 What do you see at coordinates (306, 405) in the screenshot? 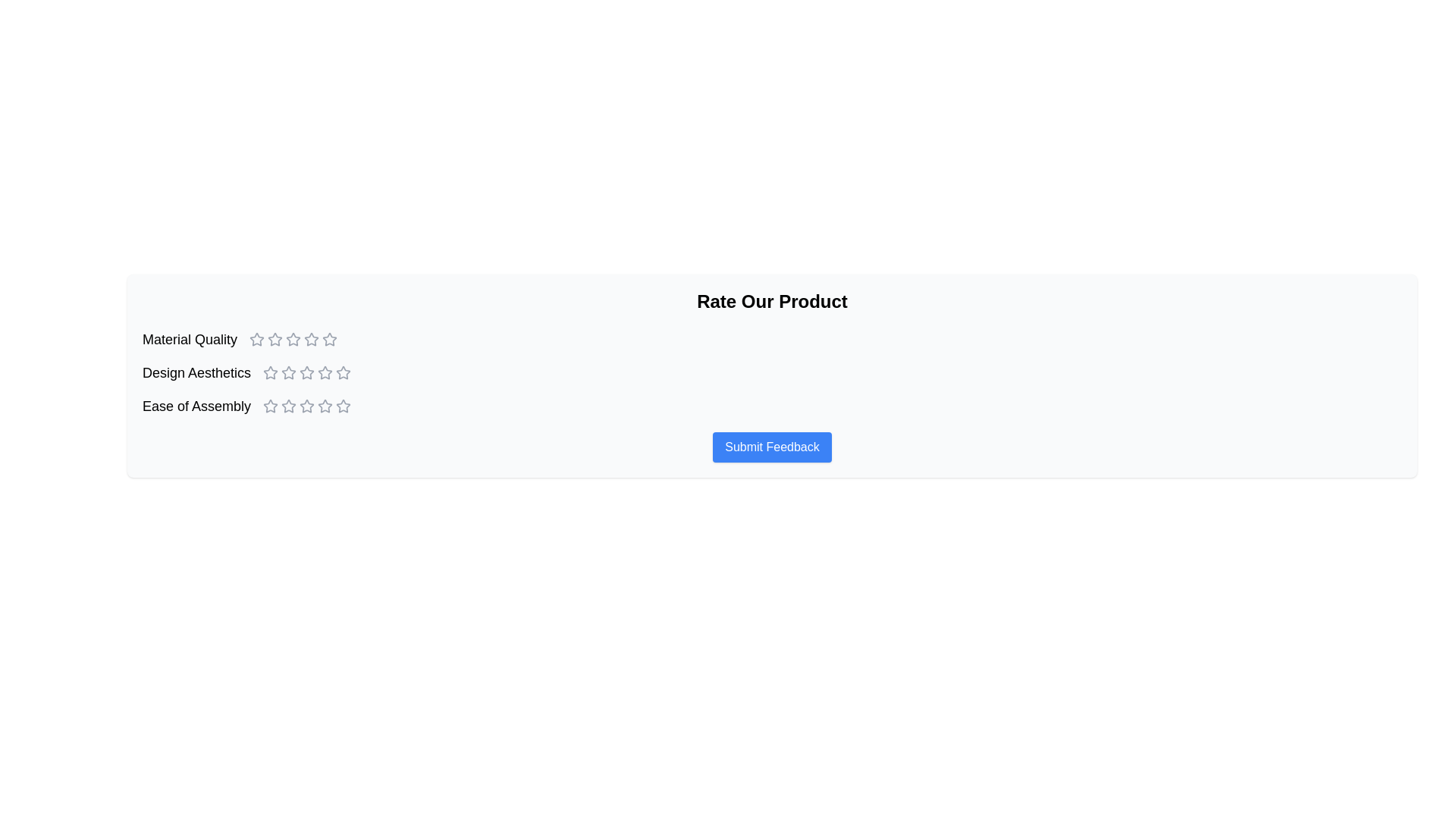
I see `the second star icon in the 'Ease of Assembly' rating row` at bounding box center [306, 405].